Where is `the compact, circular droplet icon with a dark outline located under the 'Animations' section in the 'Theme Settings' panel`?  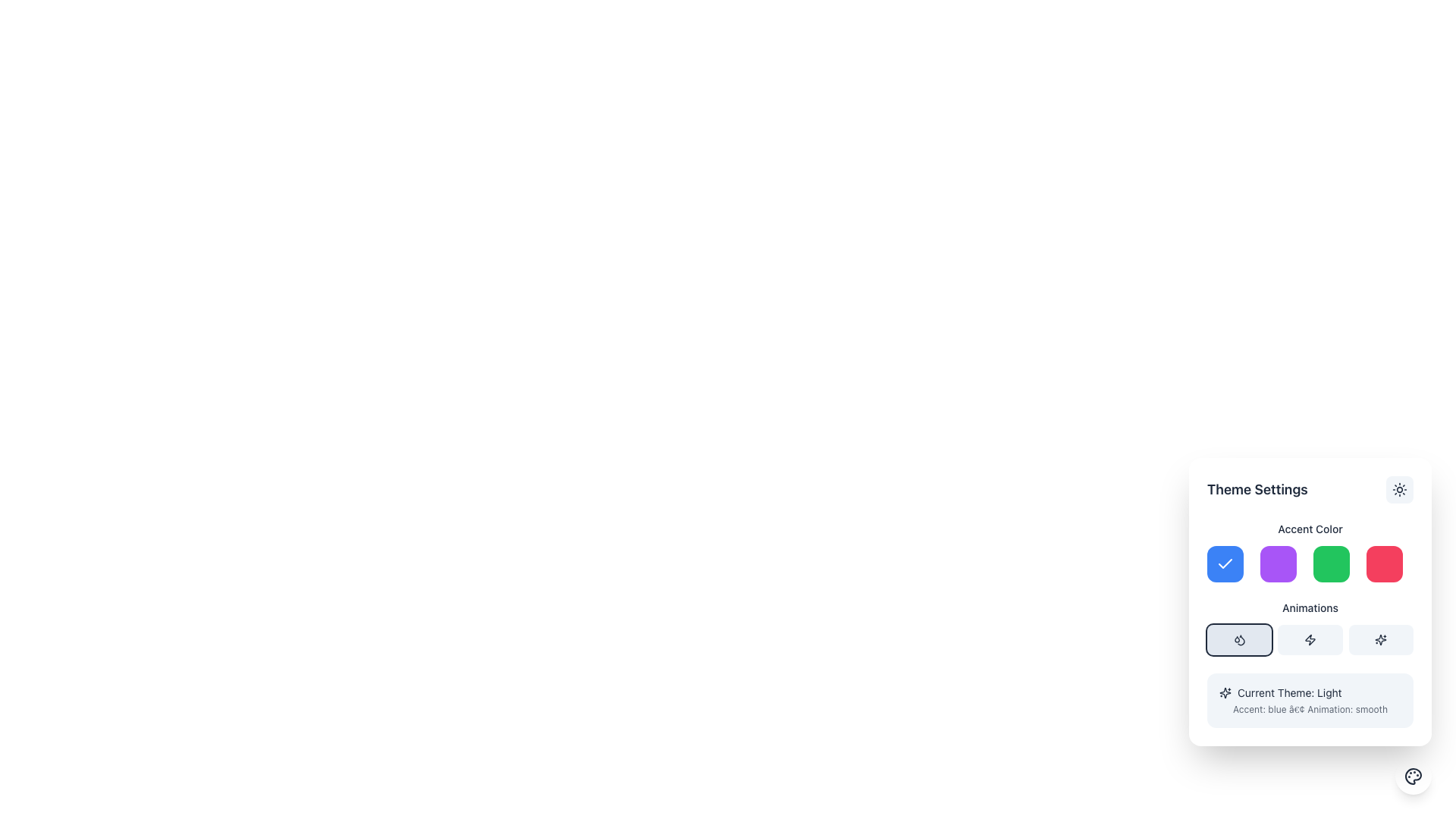 the compact, circular droplet icon with a dark outline located under the 'Animations' section in the 'Theme Settings' panel is located at coordinates (1239, 640).